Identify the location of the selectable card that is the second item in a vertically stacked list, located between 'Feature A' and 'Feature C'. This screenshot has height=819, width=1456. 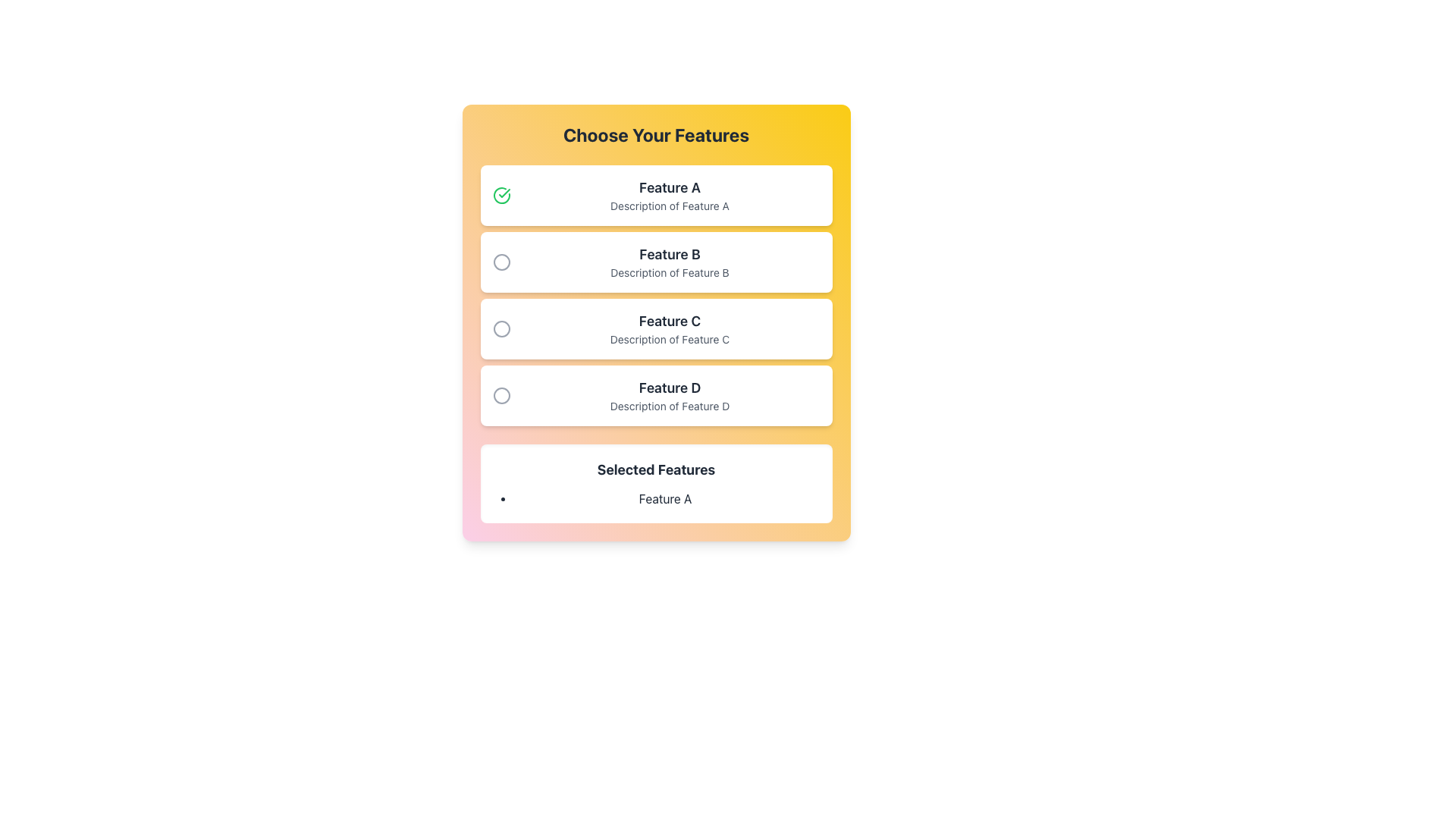
(656, 262).